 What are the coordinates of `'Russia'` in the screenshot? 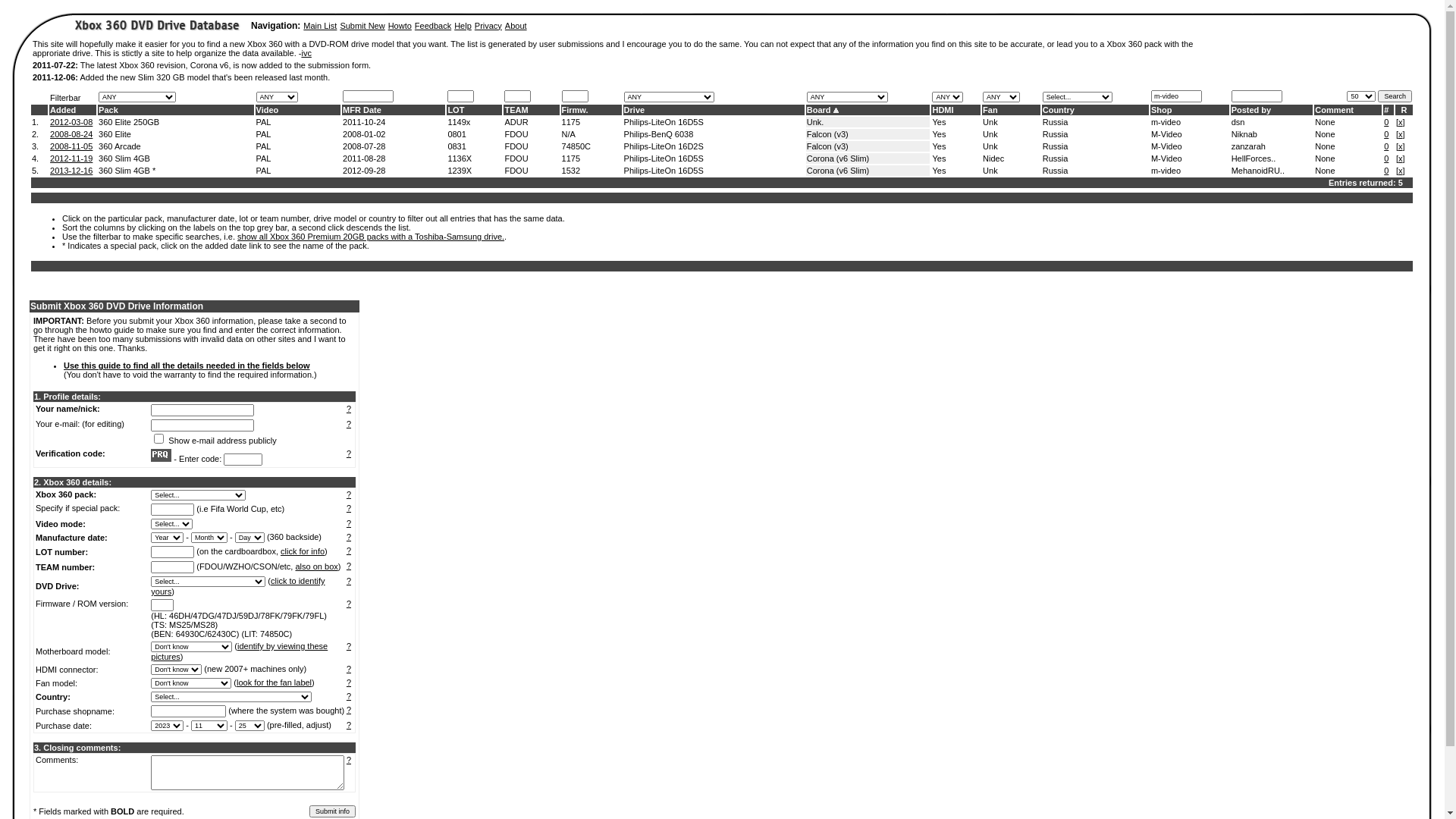 It's located at (1055, 146).